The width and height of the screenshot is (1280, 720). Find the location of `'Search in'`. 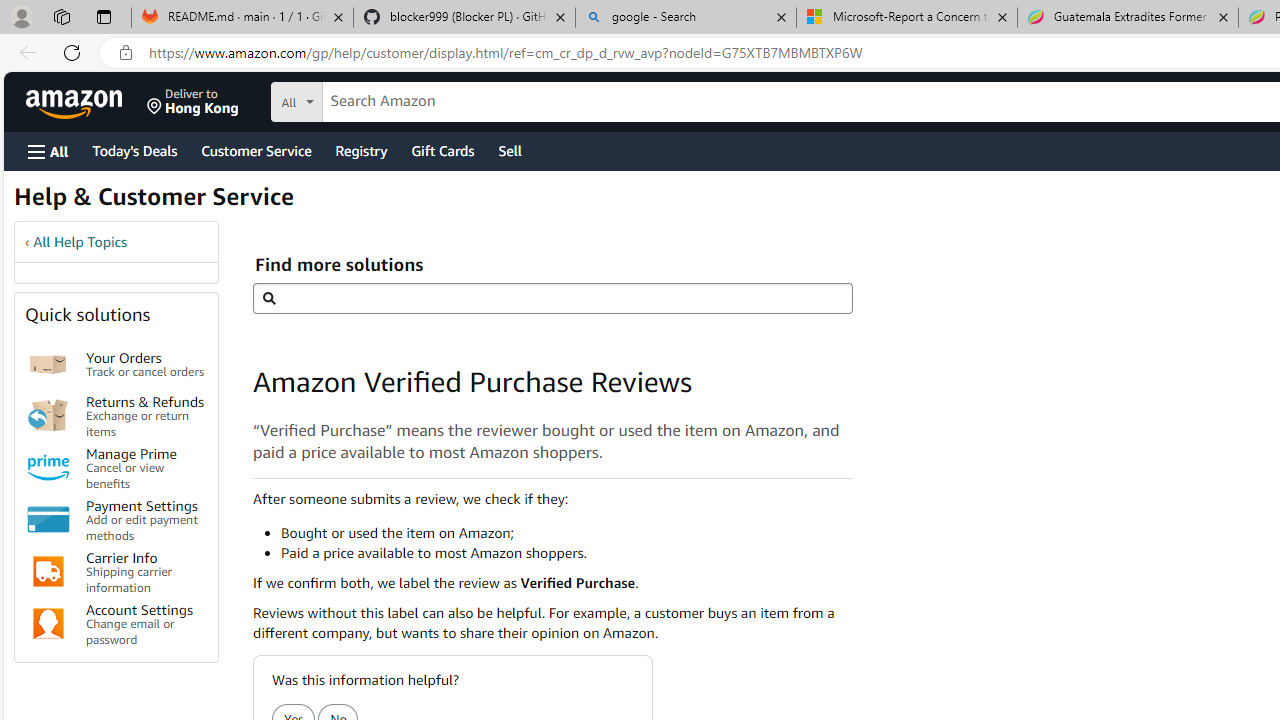

'Search in' is located at coordinates (371, 99).